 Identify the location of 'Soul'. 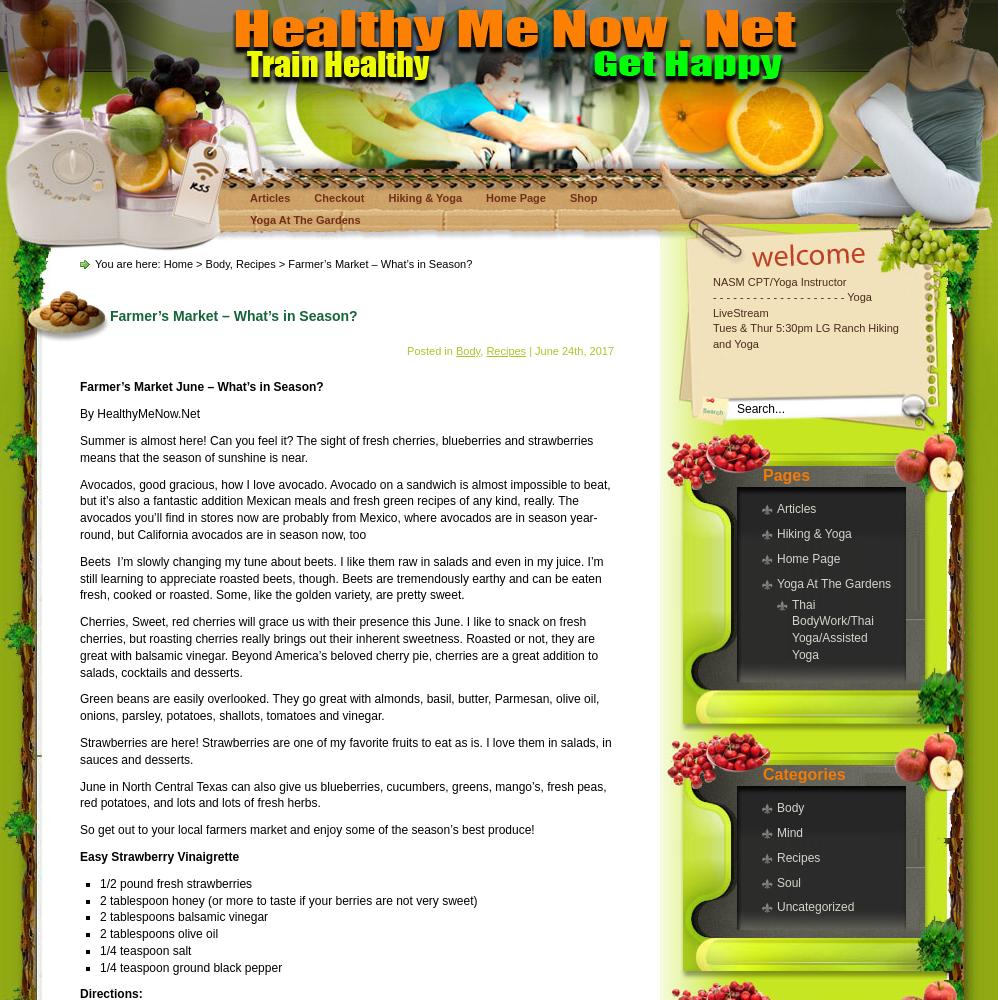
(788, 882).